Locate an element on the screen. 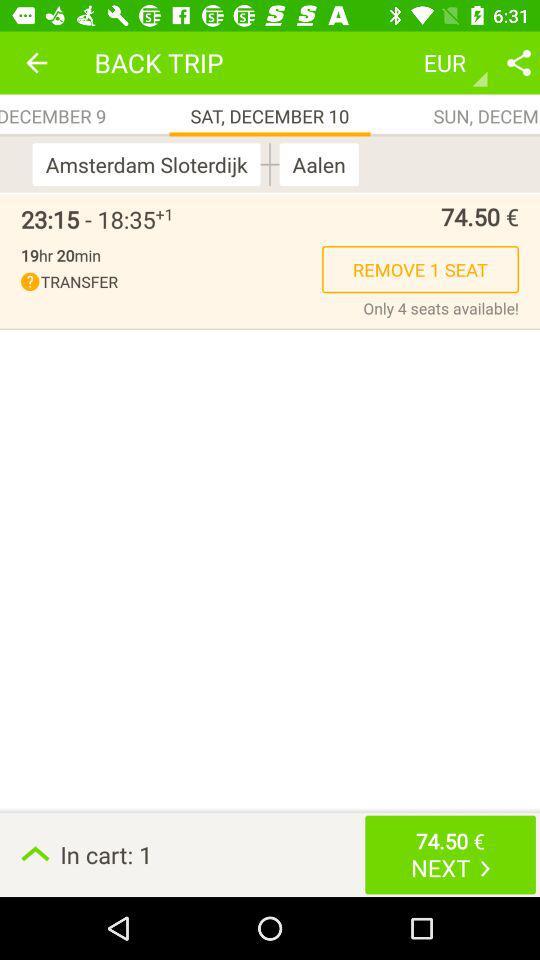 Image resolution: width=540 pixels, height=960 pixels. item to the left of the +1 icon is located at coordinates (87, 219).